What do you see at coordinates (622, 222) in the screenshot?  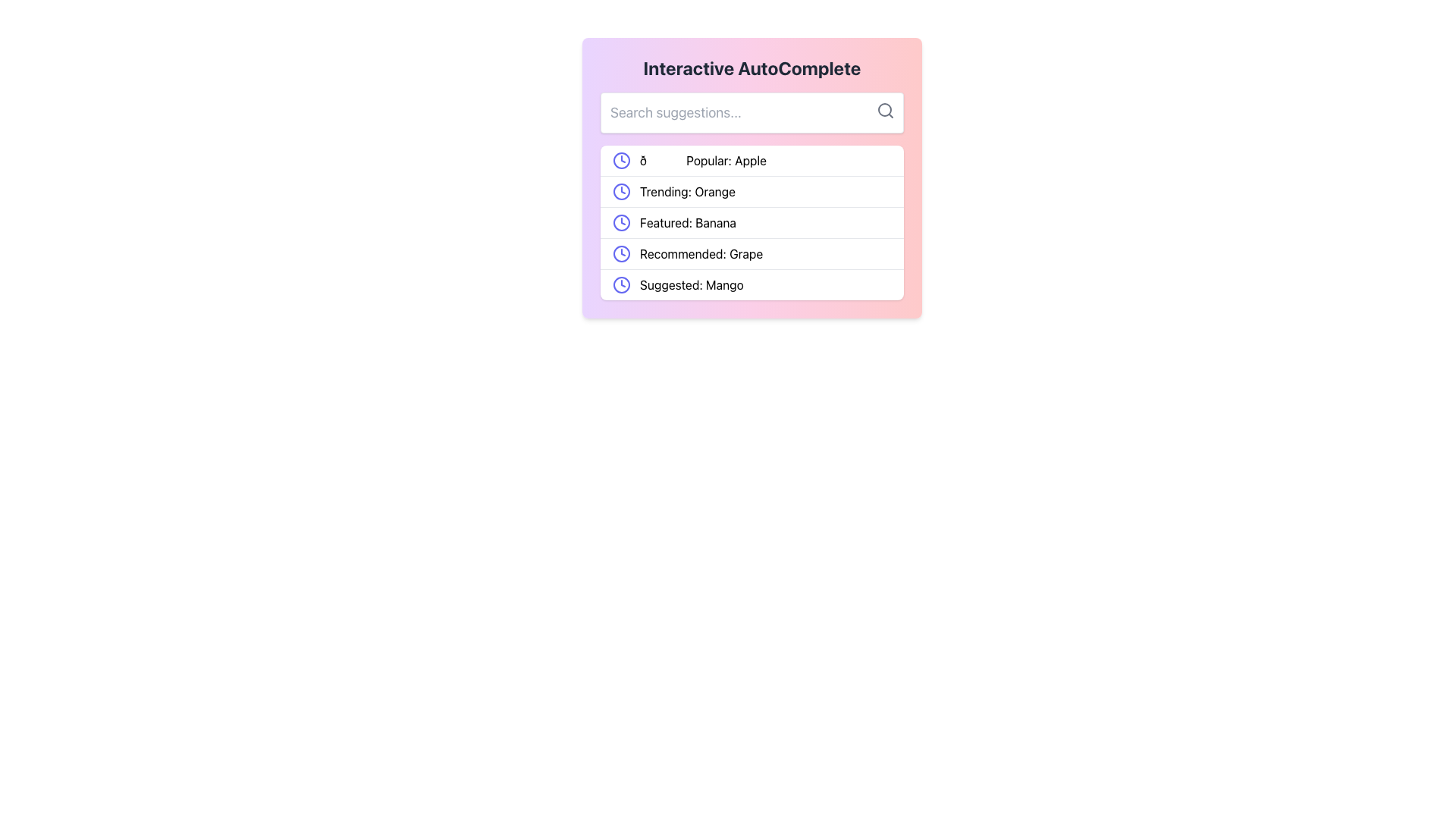 I see `the Circular decorative icon component of the clock, which is positioned to the left of the text 'Featured: Banana' in the interactive suggestion panel` at bounding box center [622, 222].